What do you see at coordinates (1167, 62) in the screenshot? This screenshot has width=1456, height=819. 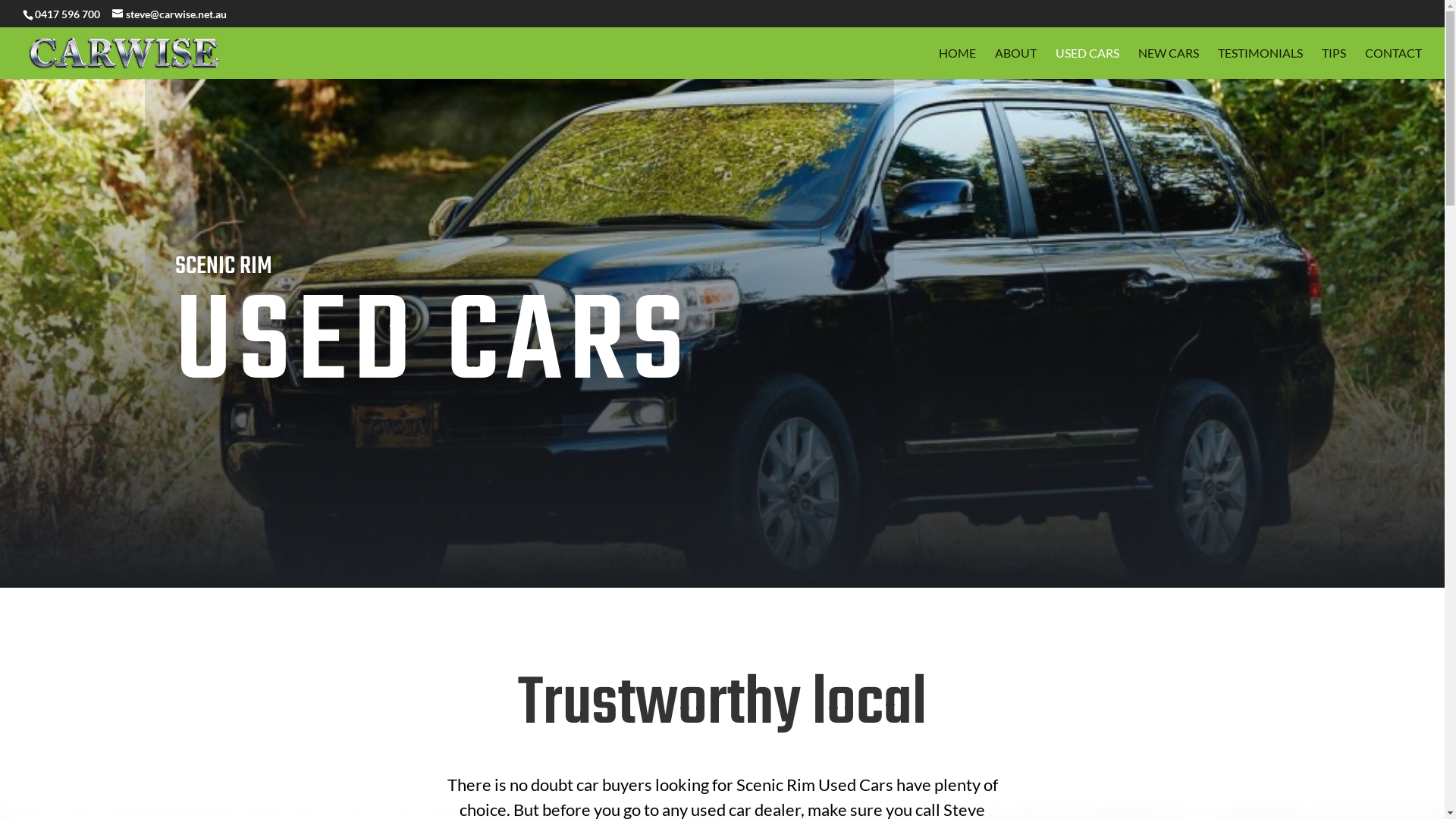 I see `'NEW CARS'` at bounding box center [1167, 62].